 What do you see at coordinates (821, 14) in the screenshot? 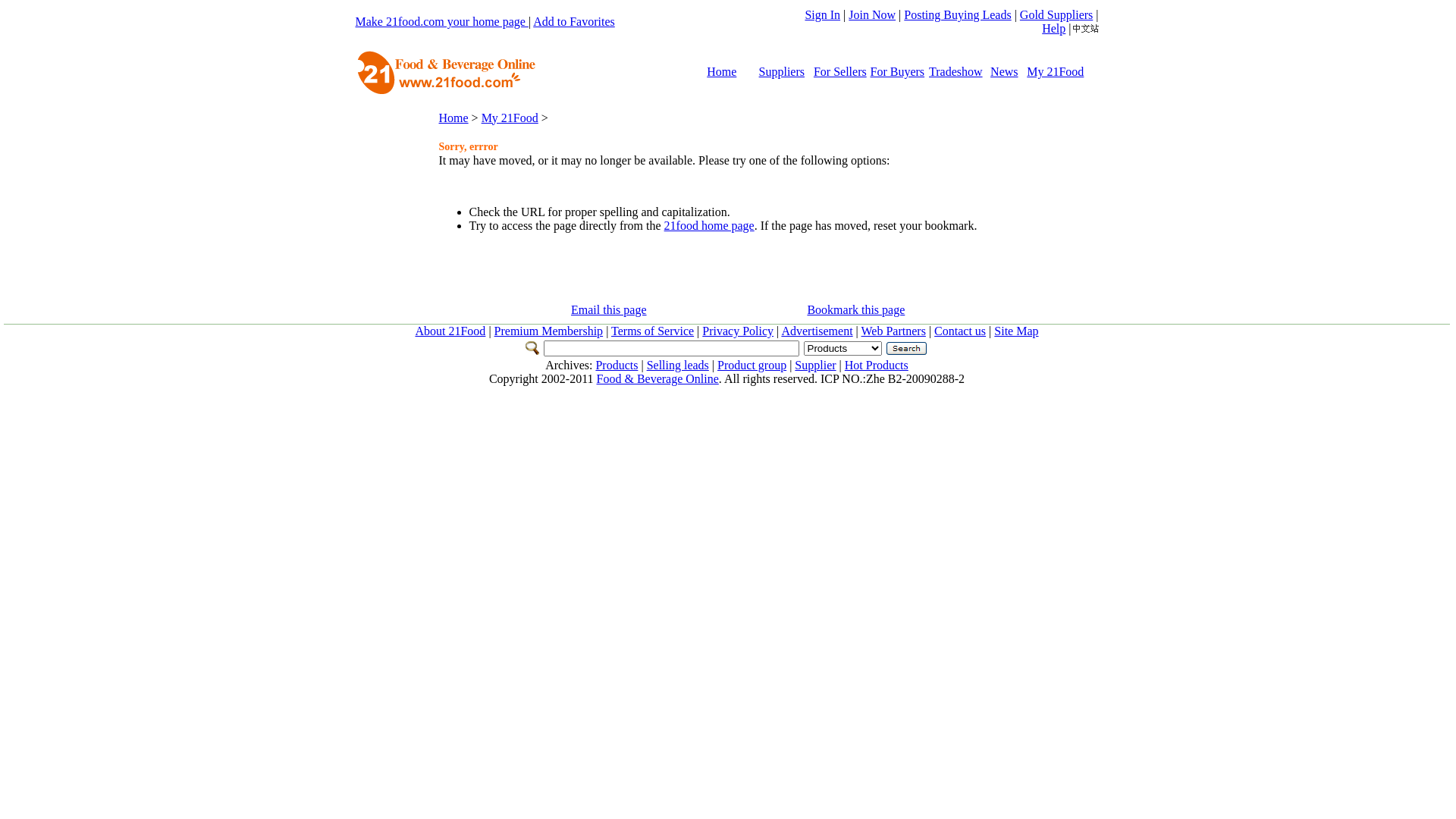
I see `'Sign In'` at bounding box center [821, 14].